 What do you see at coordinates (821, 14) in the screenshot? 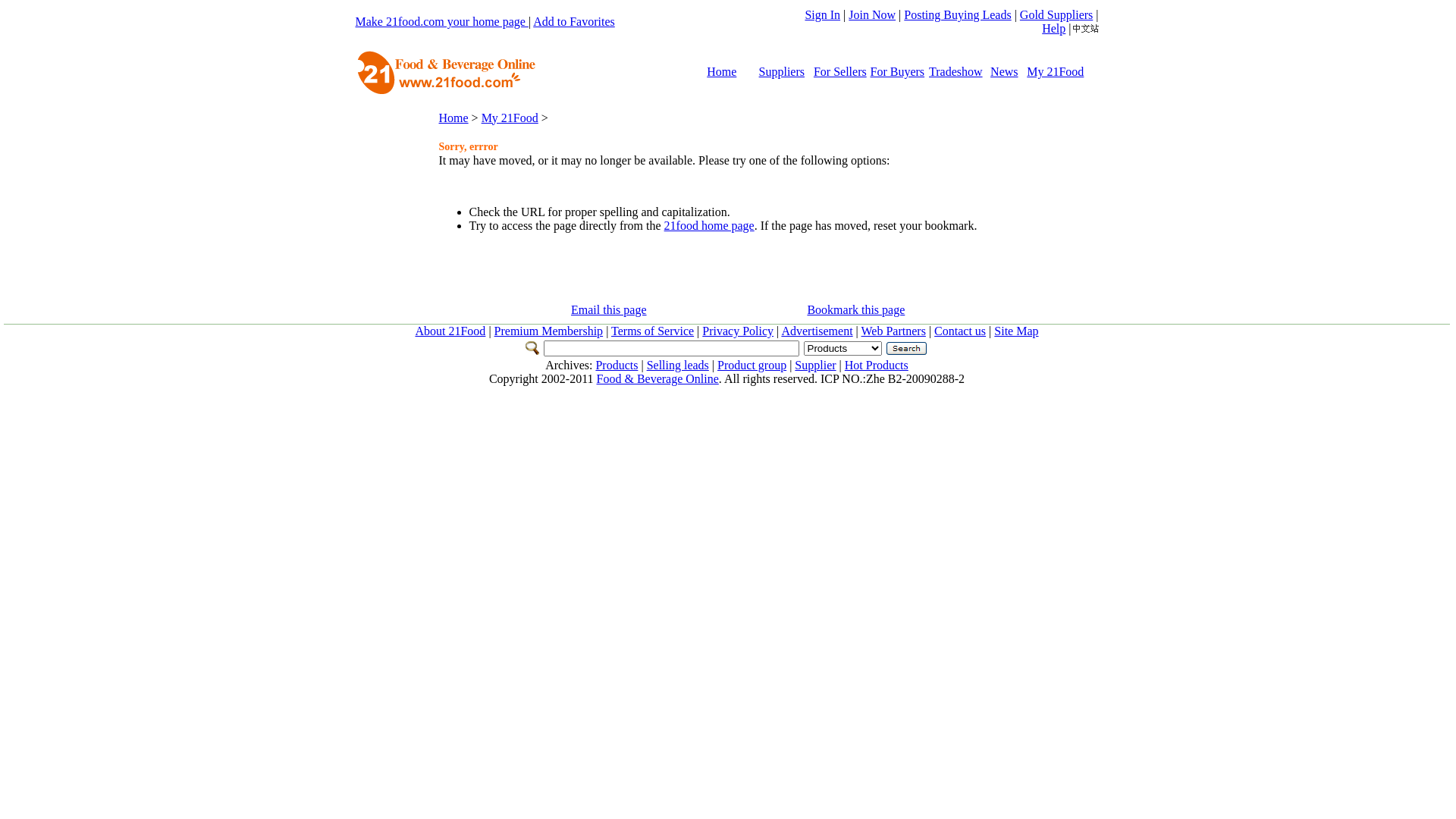
I see `'Sign In'` at bounding box center [821, 14].